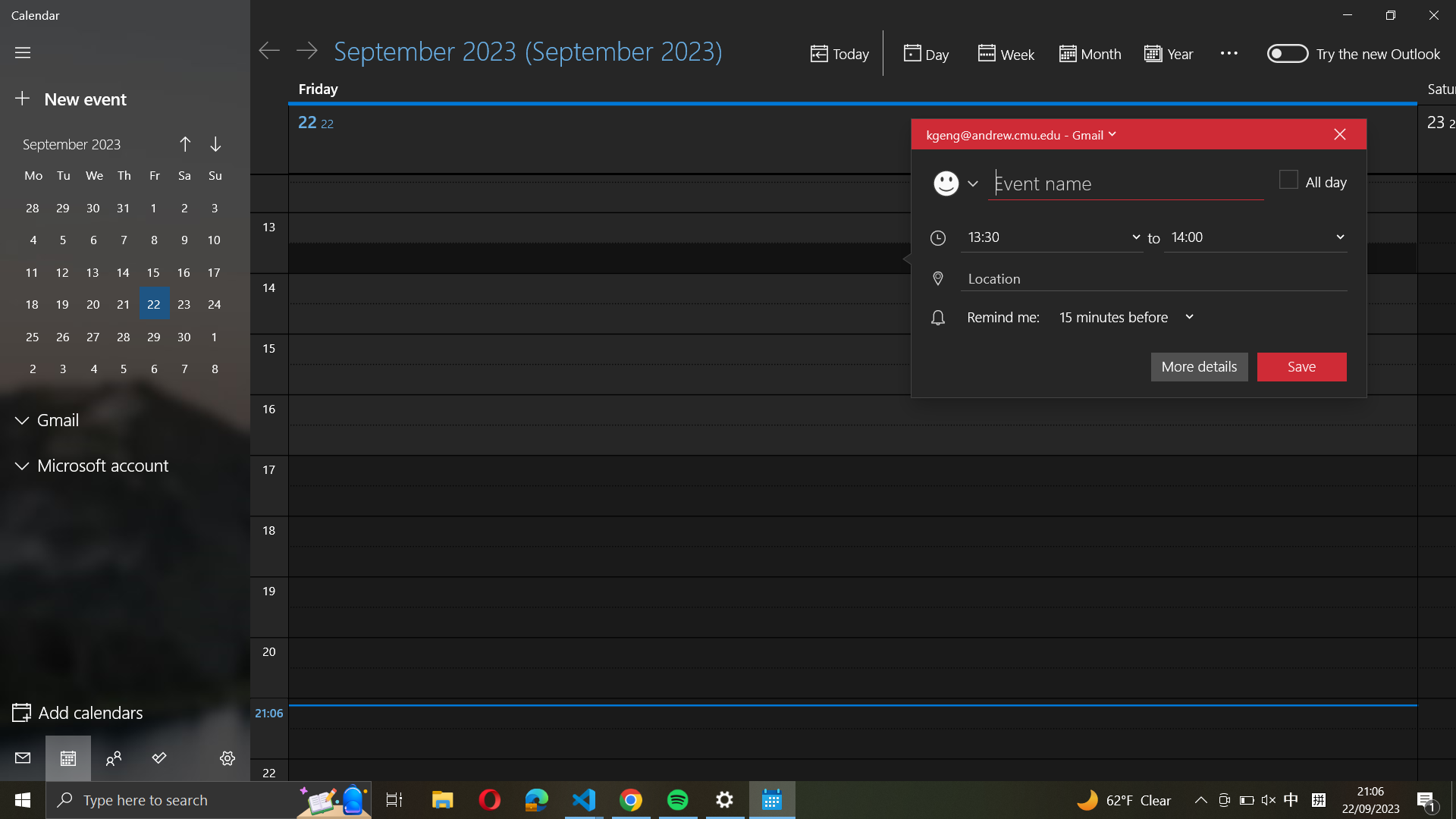 The image size is (1456, 819). I want to click on Display all associated email addresses for an event using click, so click(1019, 133).